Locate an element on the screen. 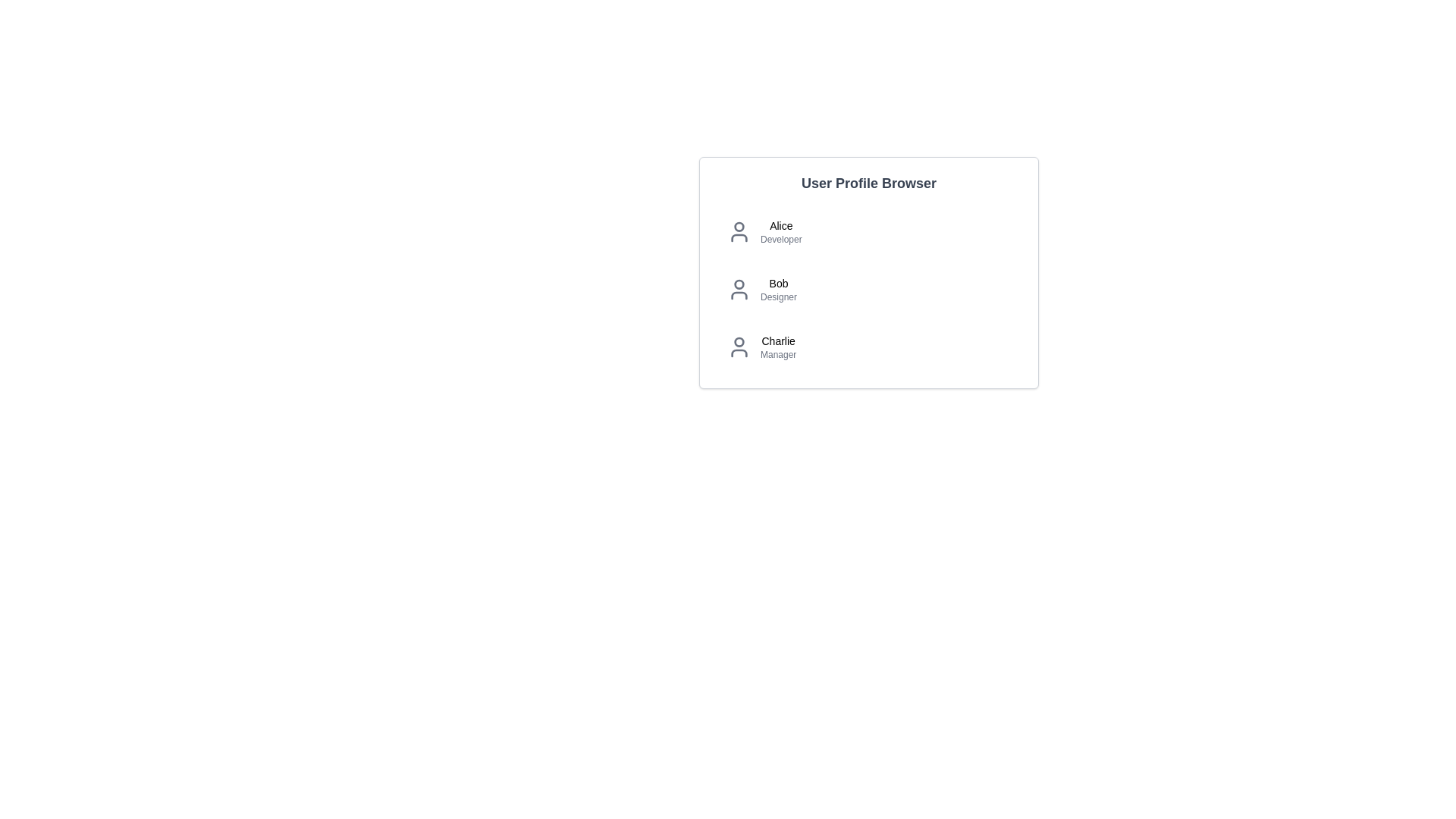  the circle representing the head in the user profile icon for 'Bob - Designer', which is the second user icon in the vertical list is located at coordinates (739, 284).